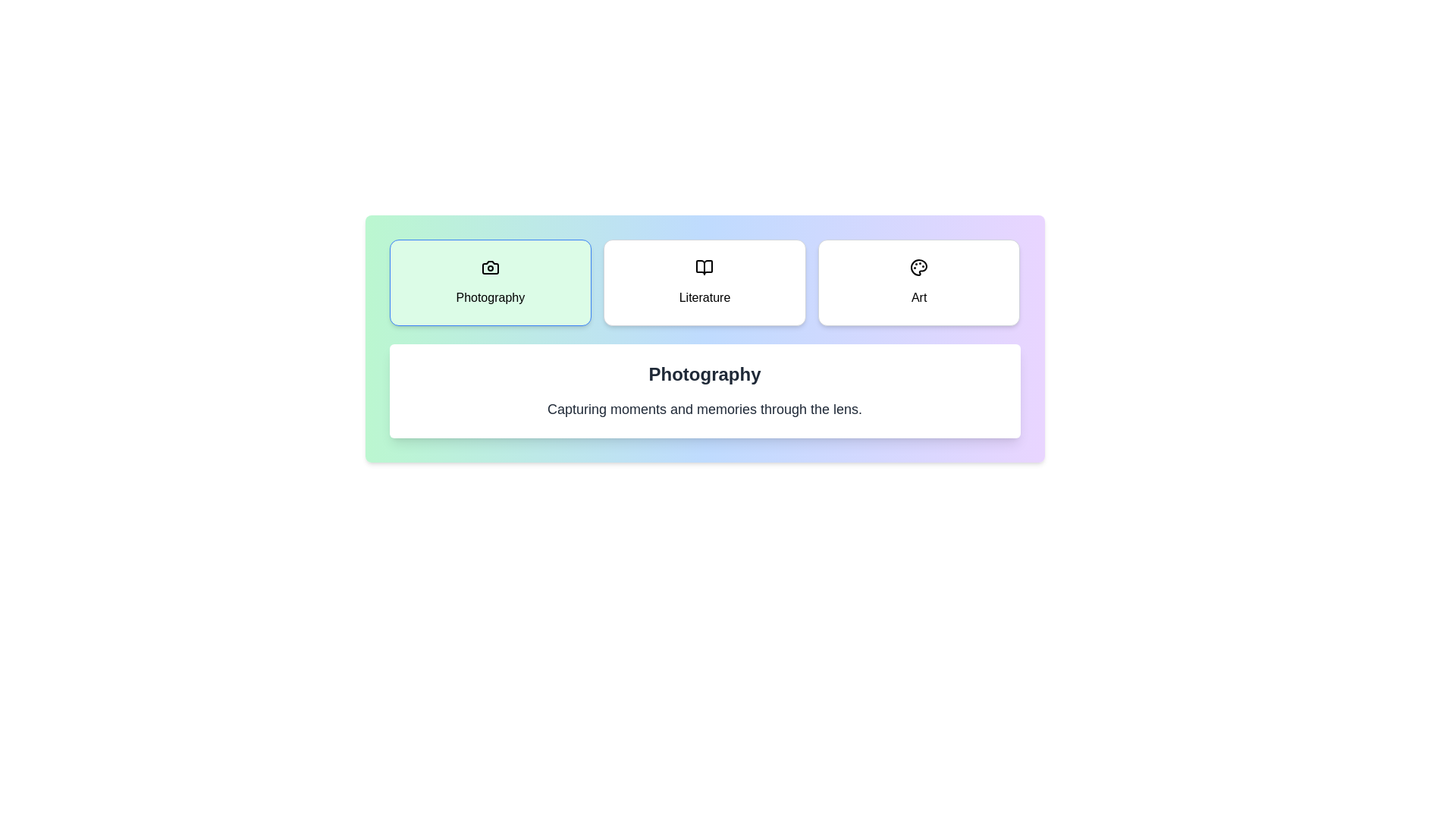 This screenshot has height=819, width=1456. Describe the element at coordinates (704, 267) in the screenshot. I see `the literature or books category icon located in the center card of the top row of three cards within the main content area` at that location.